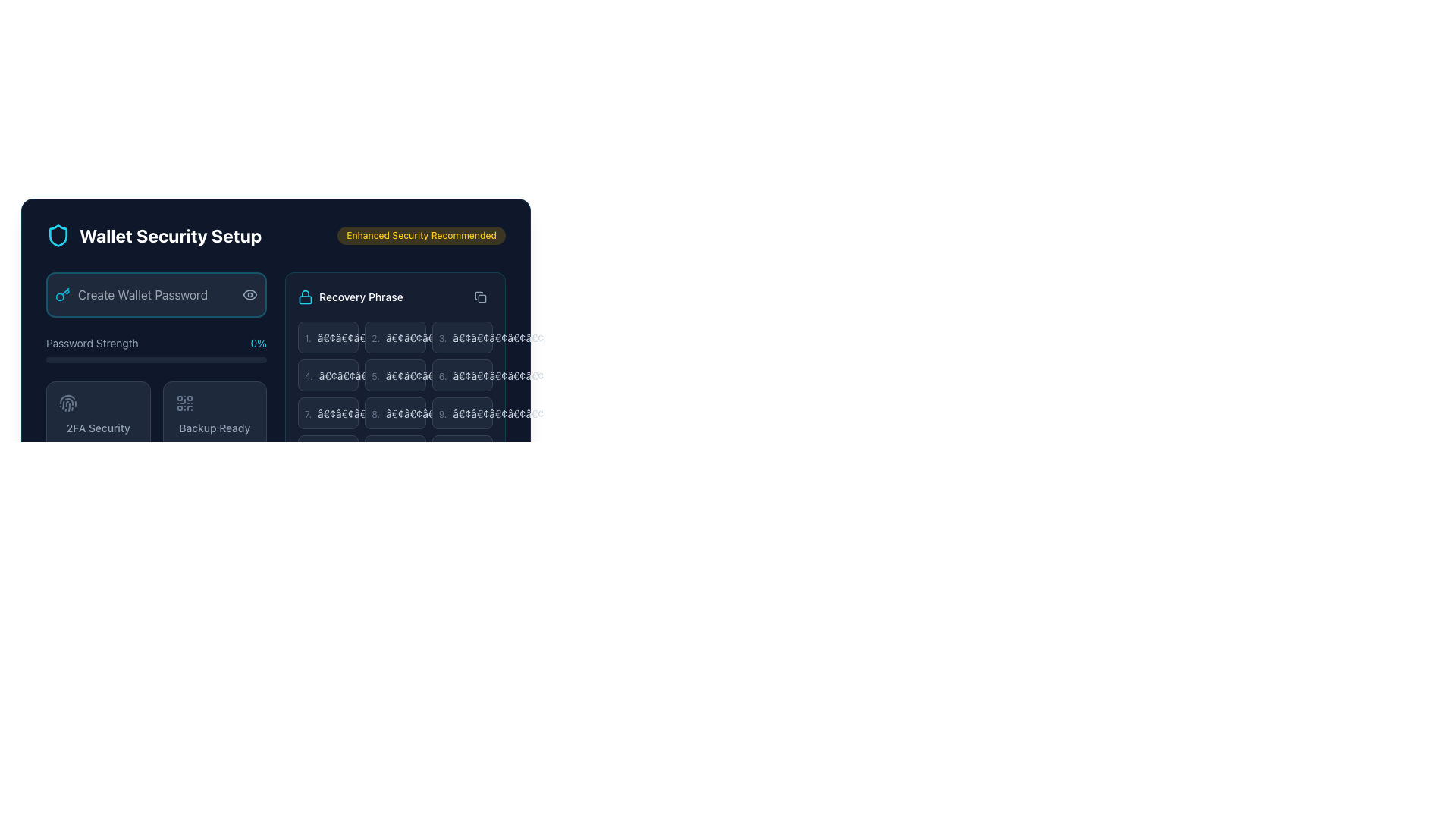 This screenshot has width=1456, height=819. I want to click on the text label displaying the numeral '8.' in slate color, positioned to the left of the dot pattern ('•••••'), so click(375, 414).